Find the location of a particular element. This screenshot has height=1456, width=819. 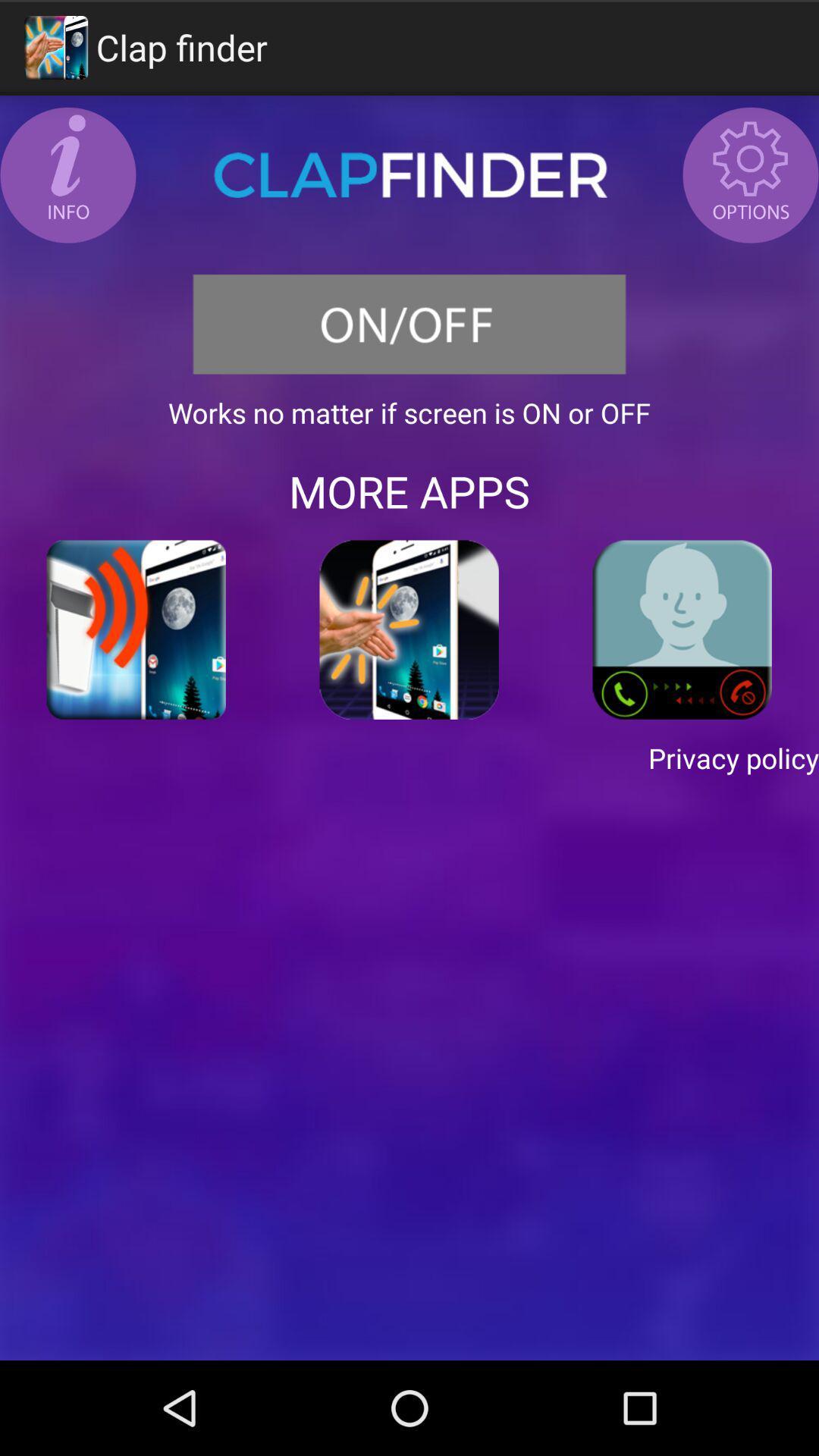

settings is located at coordinates (751, 174).